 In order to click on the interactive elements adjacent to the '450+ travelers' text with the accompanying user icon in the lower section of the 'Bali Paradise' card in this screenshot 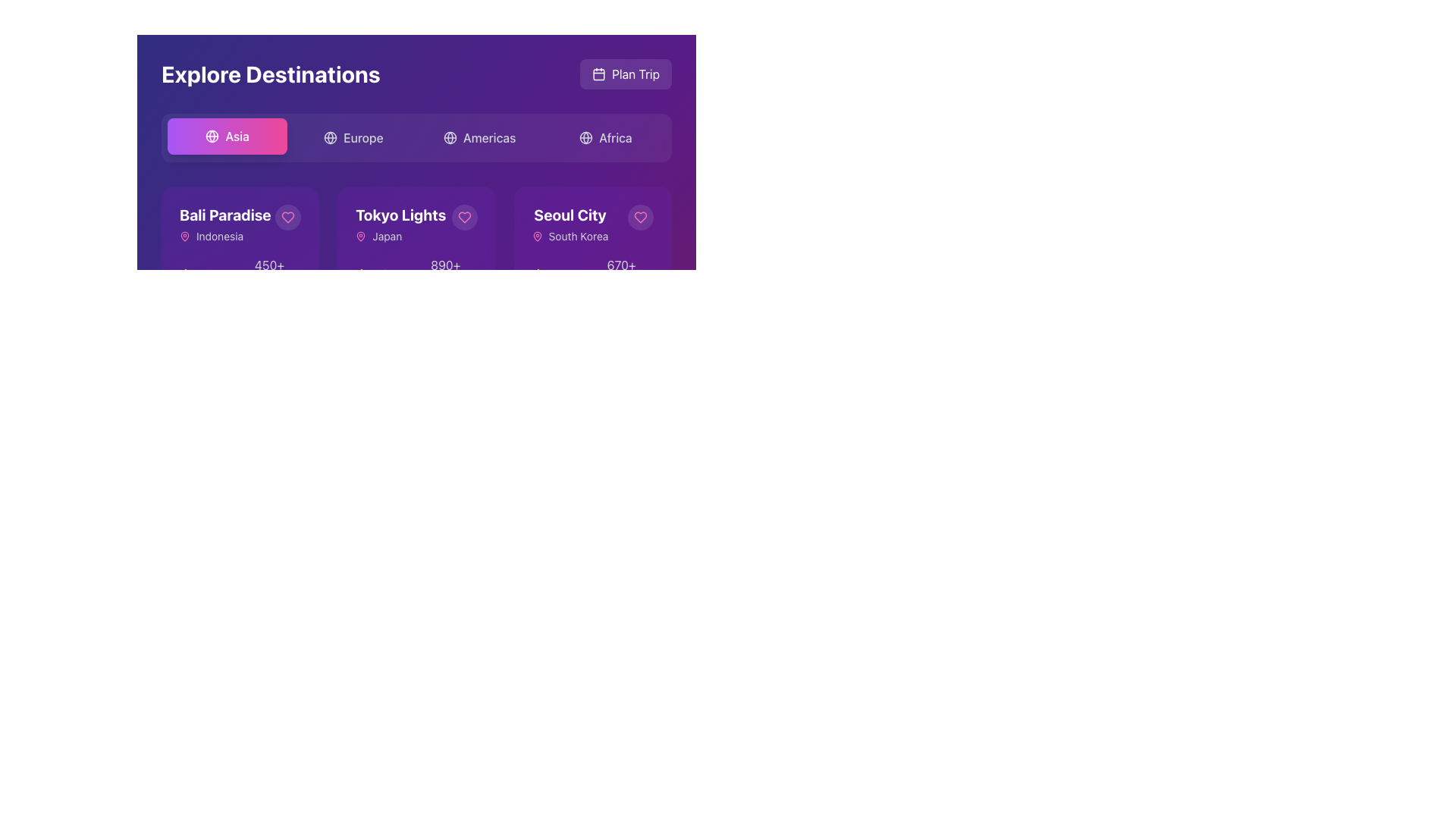, I will do `click(263, 275)`.